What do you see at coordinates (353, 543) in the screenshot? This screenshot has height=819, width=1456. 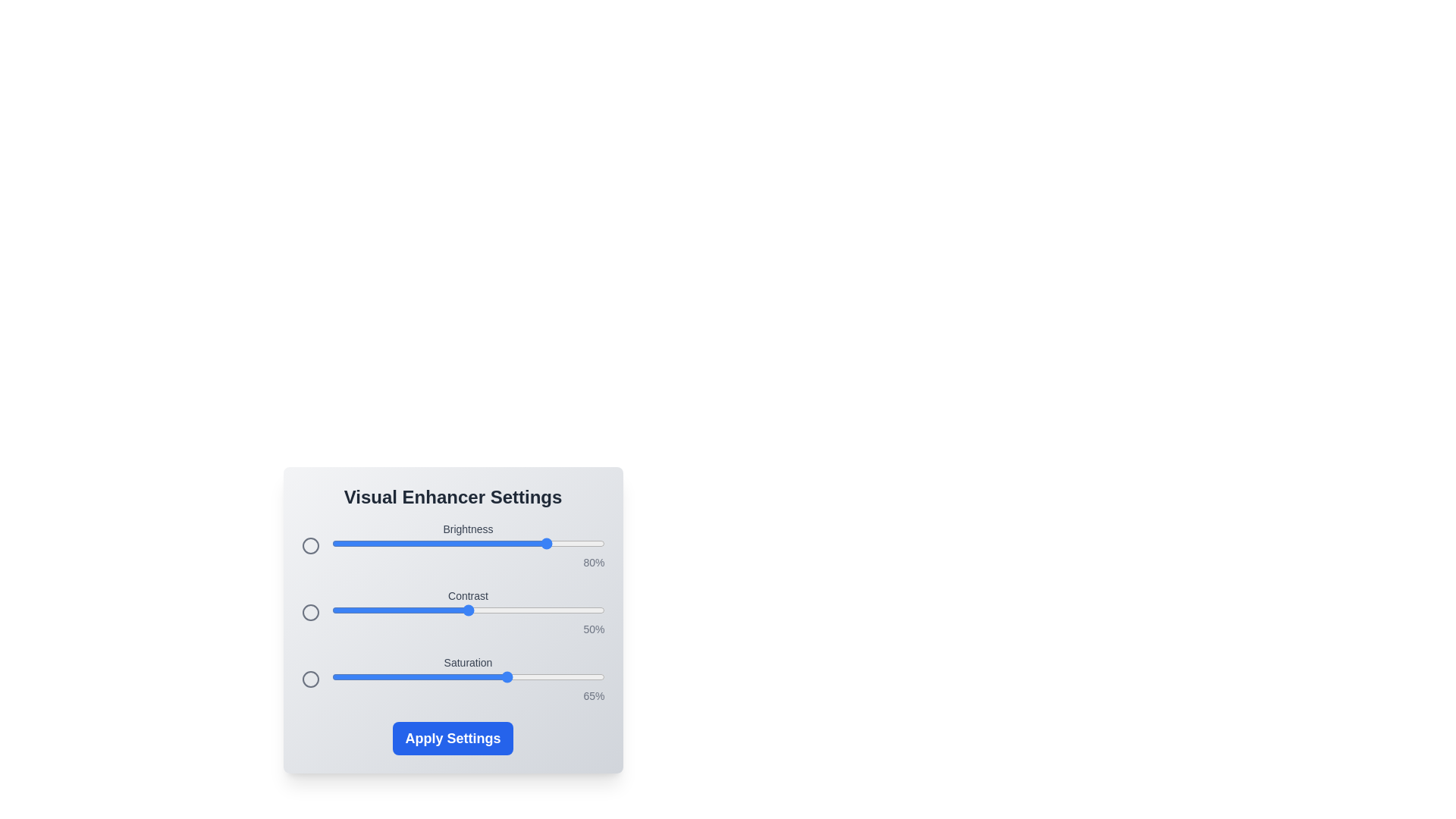 I see `the 0 slider to 8%` at bounding box center [353, 543].